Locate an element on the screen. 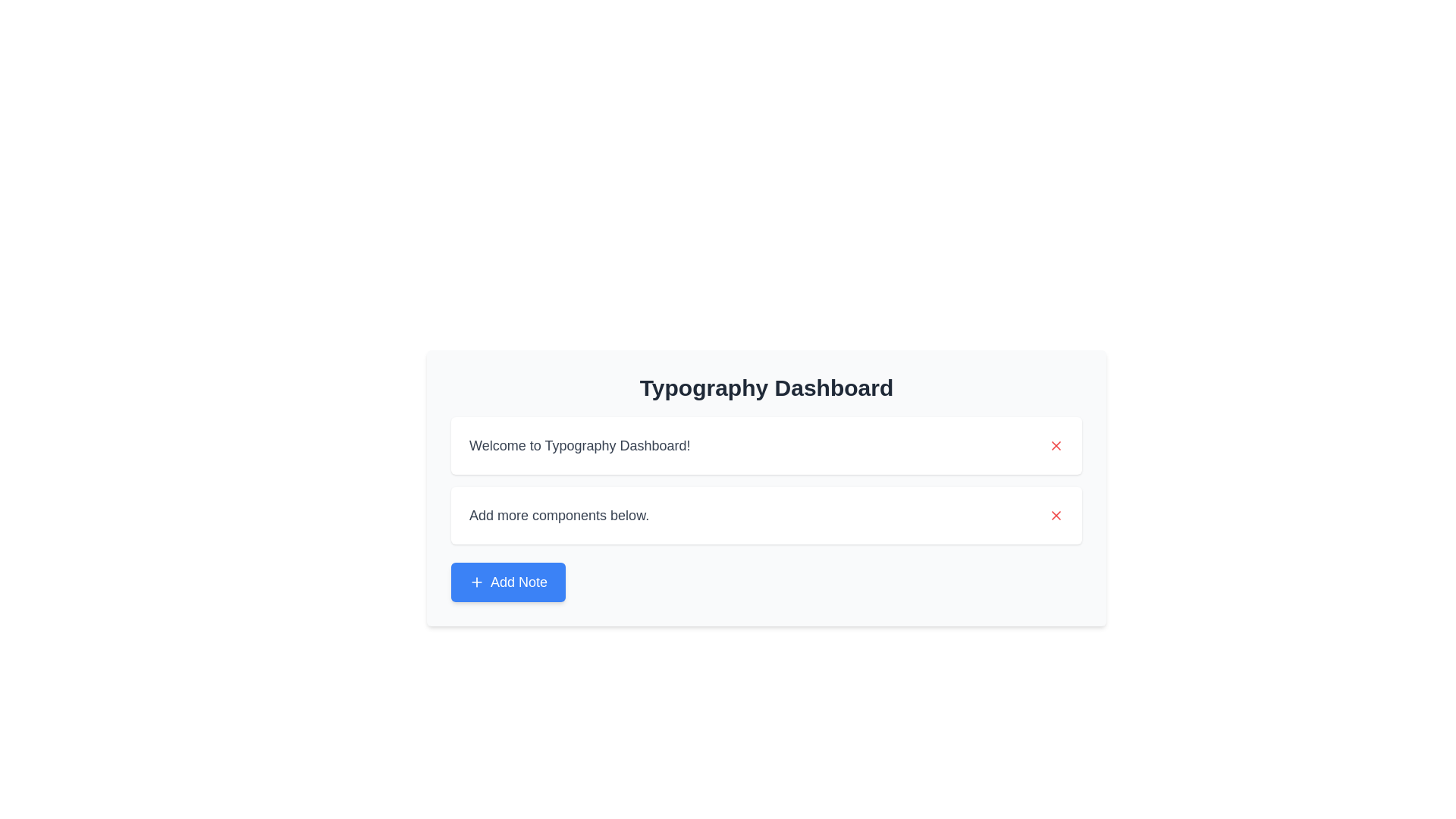  the static text element that serves as an informational label prompting users to add new components, located below the header 'Typography Dashboard' is located at coordinates (558, 514).